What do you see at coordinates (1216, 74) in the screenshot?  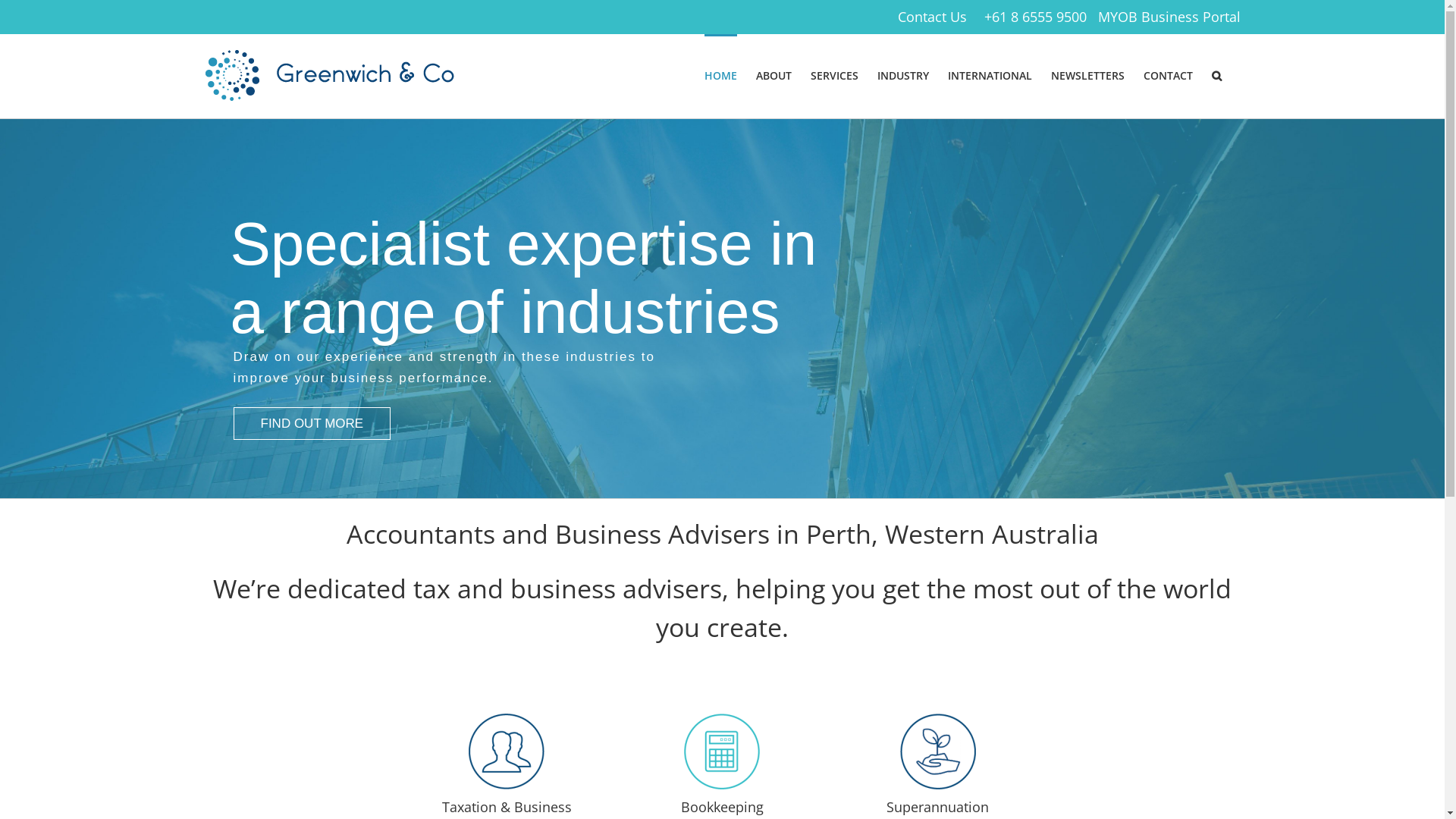 I see `'Search'` at bounding box center [1216, 74].